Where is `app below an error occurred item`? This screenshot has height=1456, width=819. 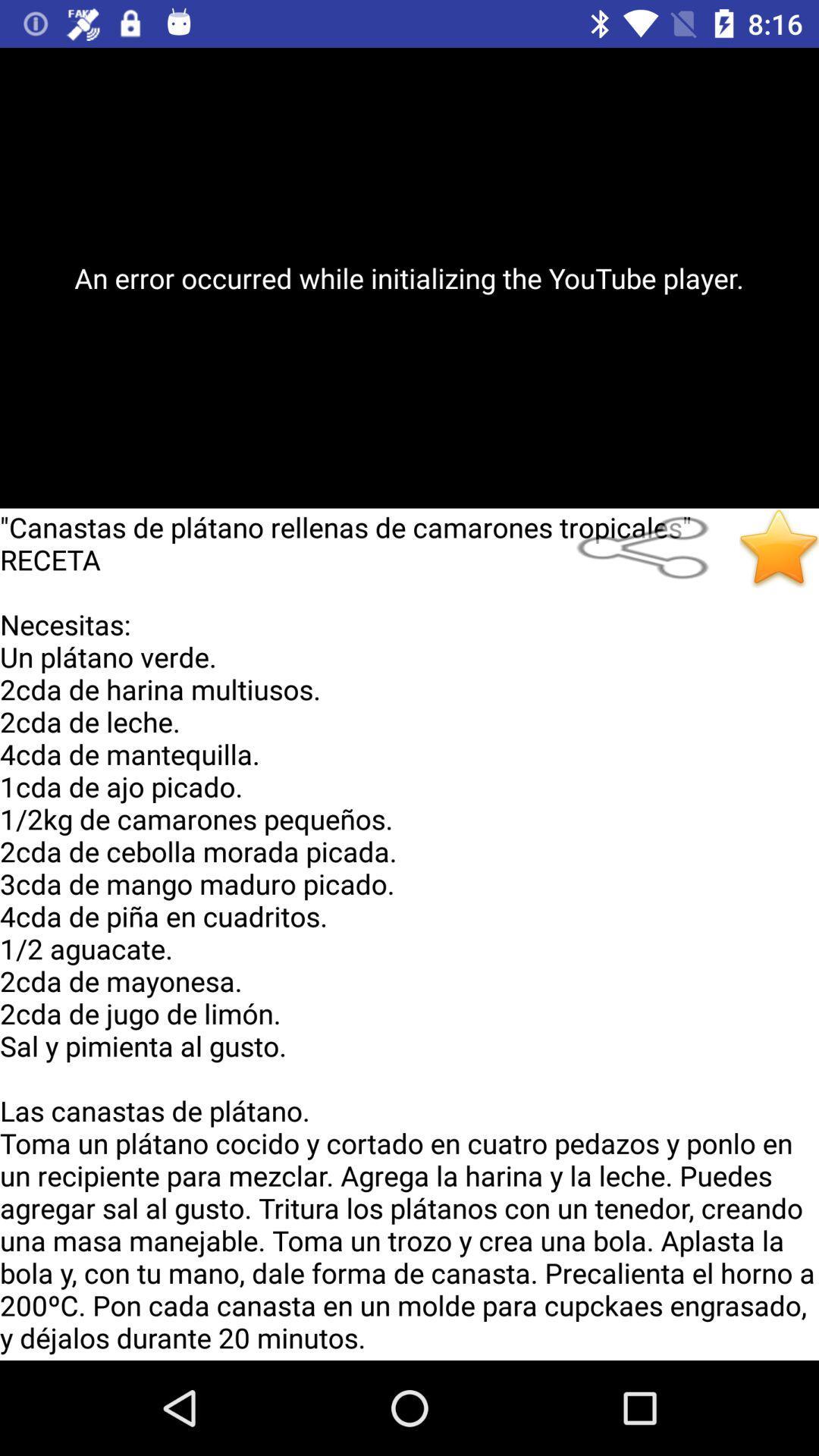
app below an error occurred item is located at coordinates (651, 548).